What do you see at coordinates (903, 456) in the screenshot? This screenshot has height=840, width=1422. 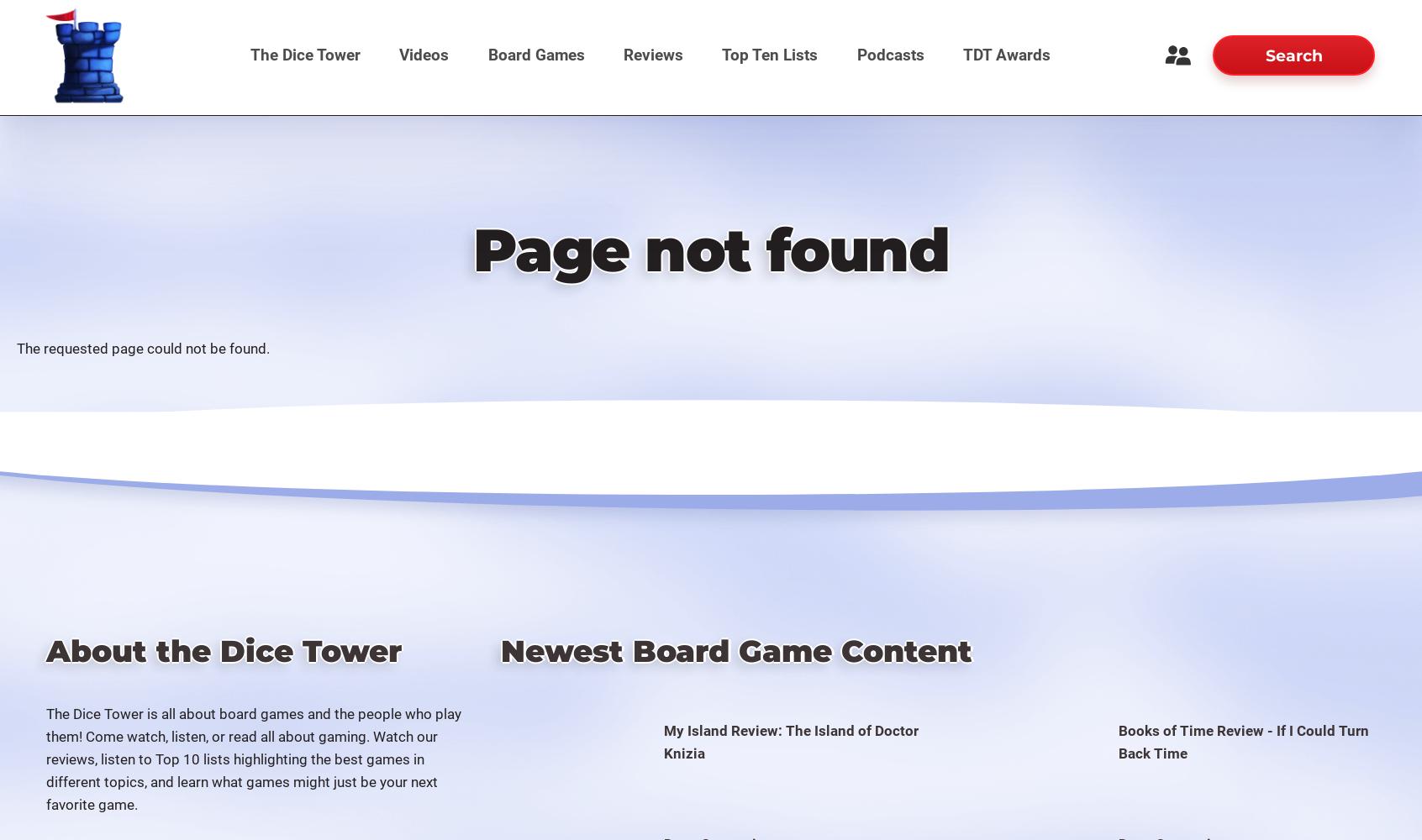 I see `'The Dice Tower Awards 2010'` at bounding box center [903, 456].